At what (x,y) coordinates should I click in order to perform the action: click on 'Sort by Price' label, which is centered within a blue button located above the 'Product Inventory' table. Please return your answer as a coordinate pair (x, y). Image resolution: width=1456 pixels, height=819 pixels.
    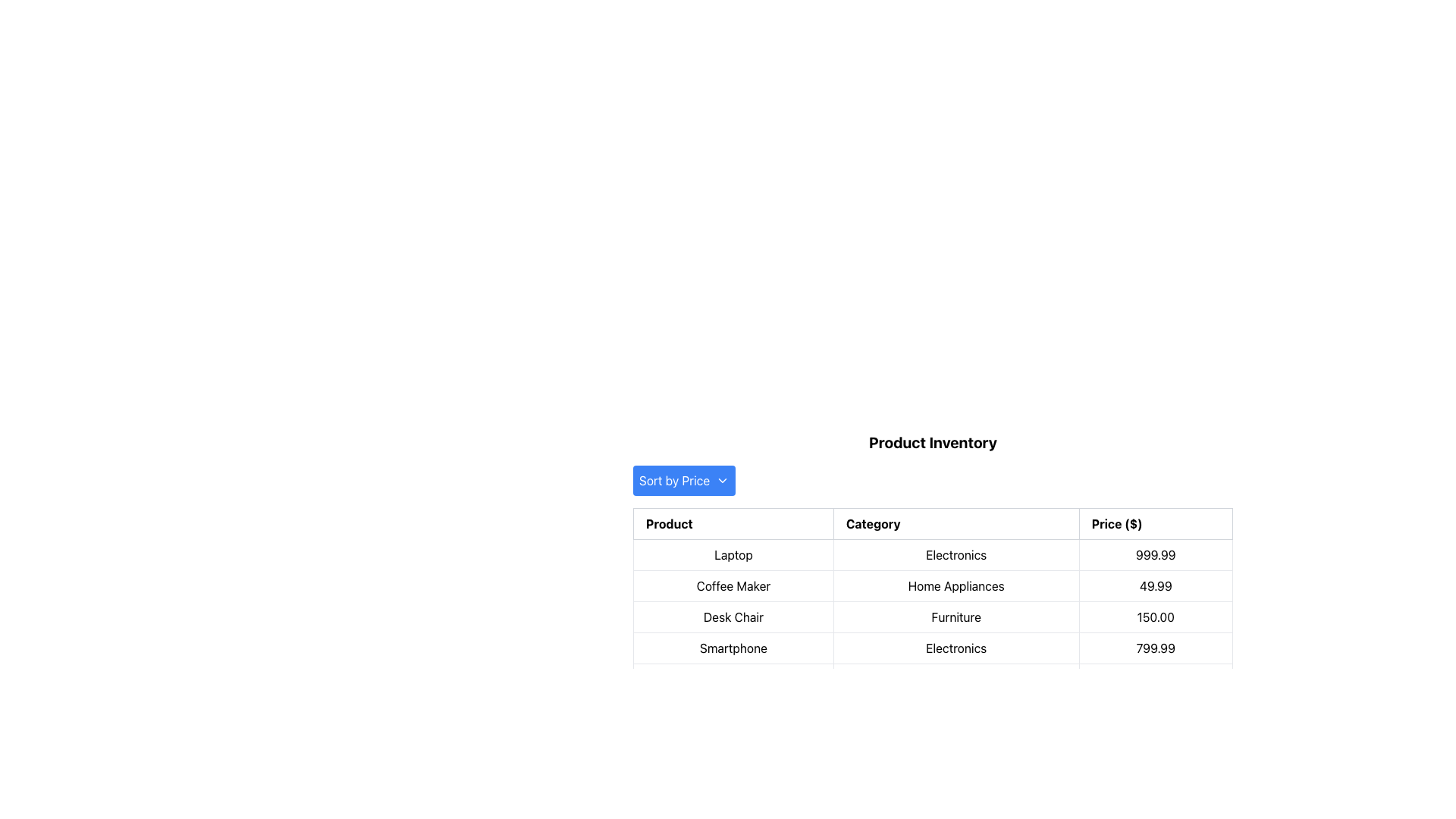
    Looking at the image, I should click on (673, 480).